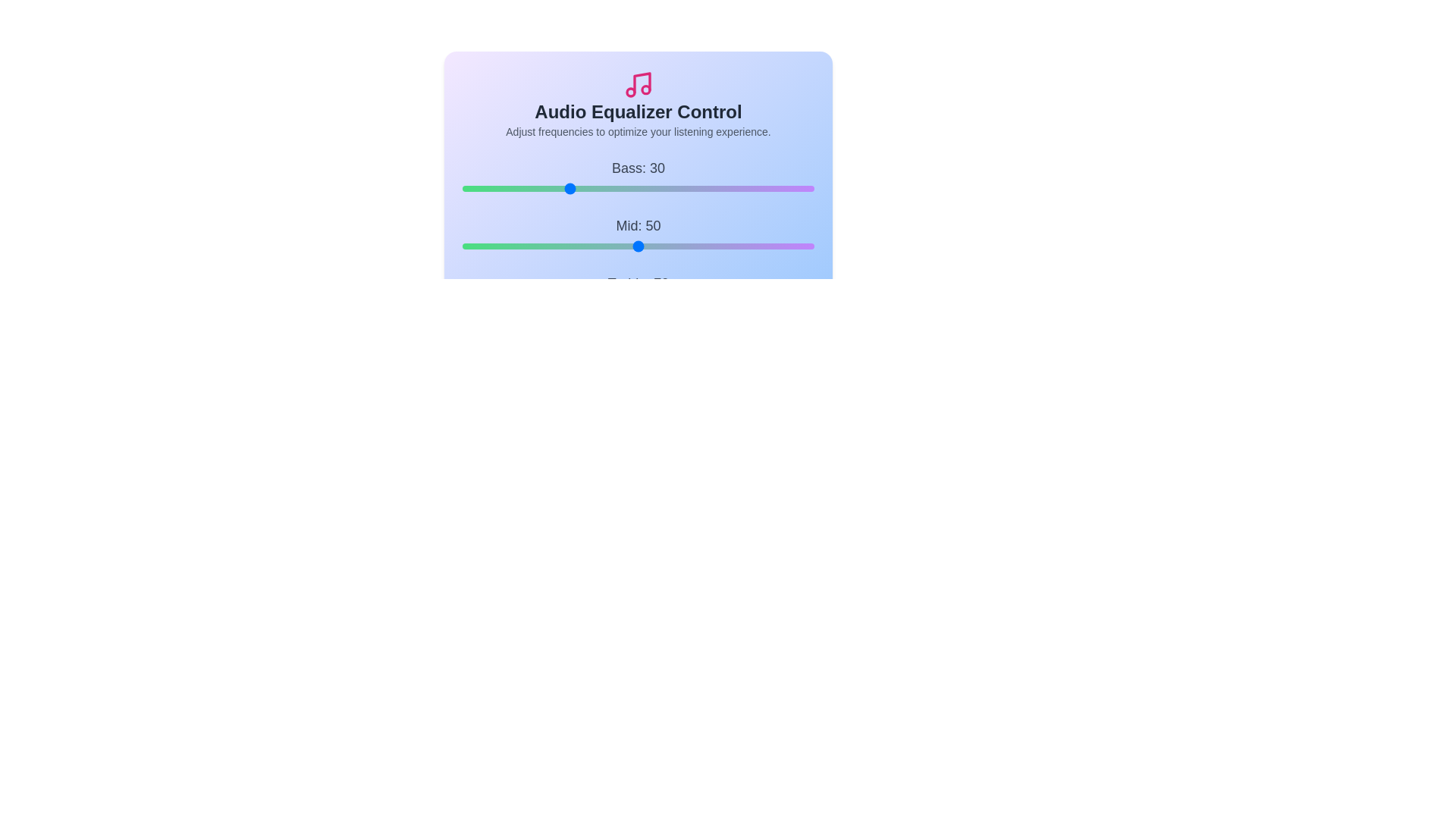 This screenshot has height=819, width=1456. What do you see at coordinates (803, 188) in the screenshot?
I see `the Bass slider to set the bass level to 97` at bounding box center [803, 188].